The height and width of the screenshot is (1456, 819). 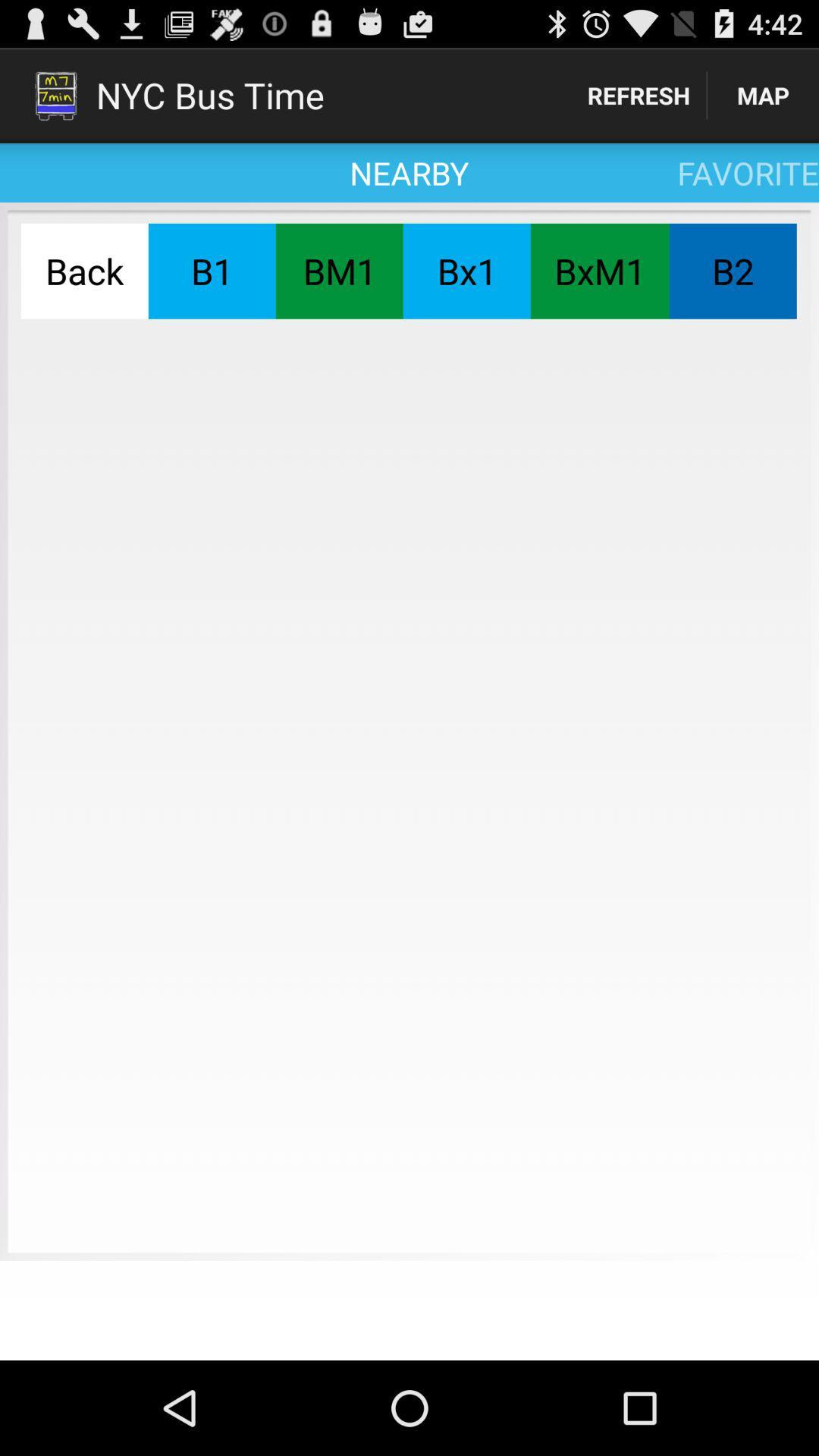 I want to click on icon next to the bm1 item, so click(x=466, y=271).